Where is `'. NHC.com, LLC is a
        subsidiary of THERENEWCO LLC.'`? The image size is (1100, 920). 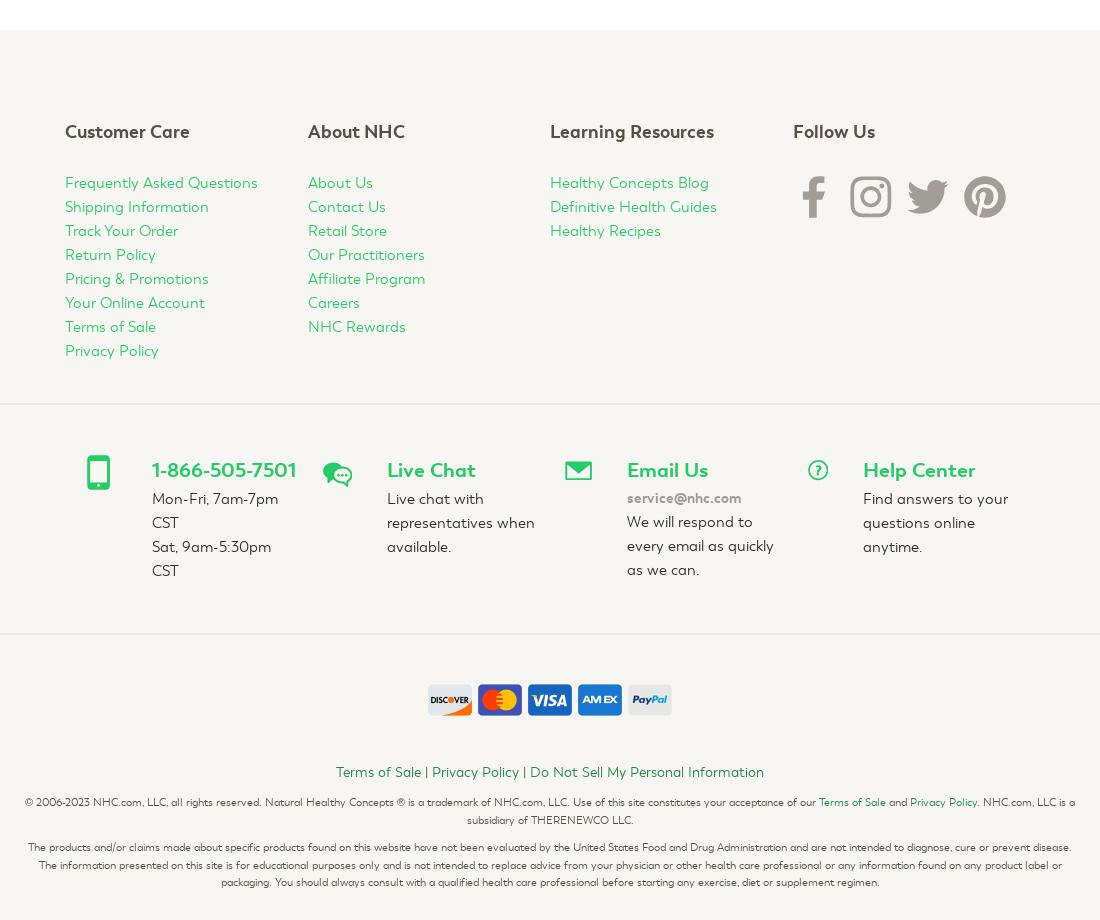 '. NHC.com, LLC is a
        subsidiary of THERENEWCO LLC.' is located at coordinates (770, 809).